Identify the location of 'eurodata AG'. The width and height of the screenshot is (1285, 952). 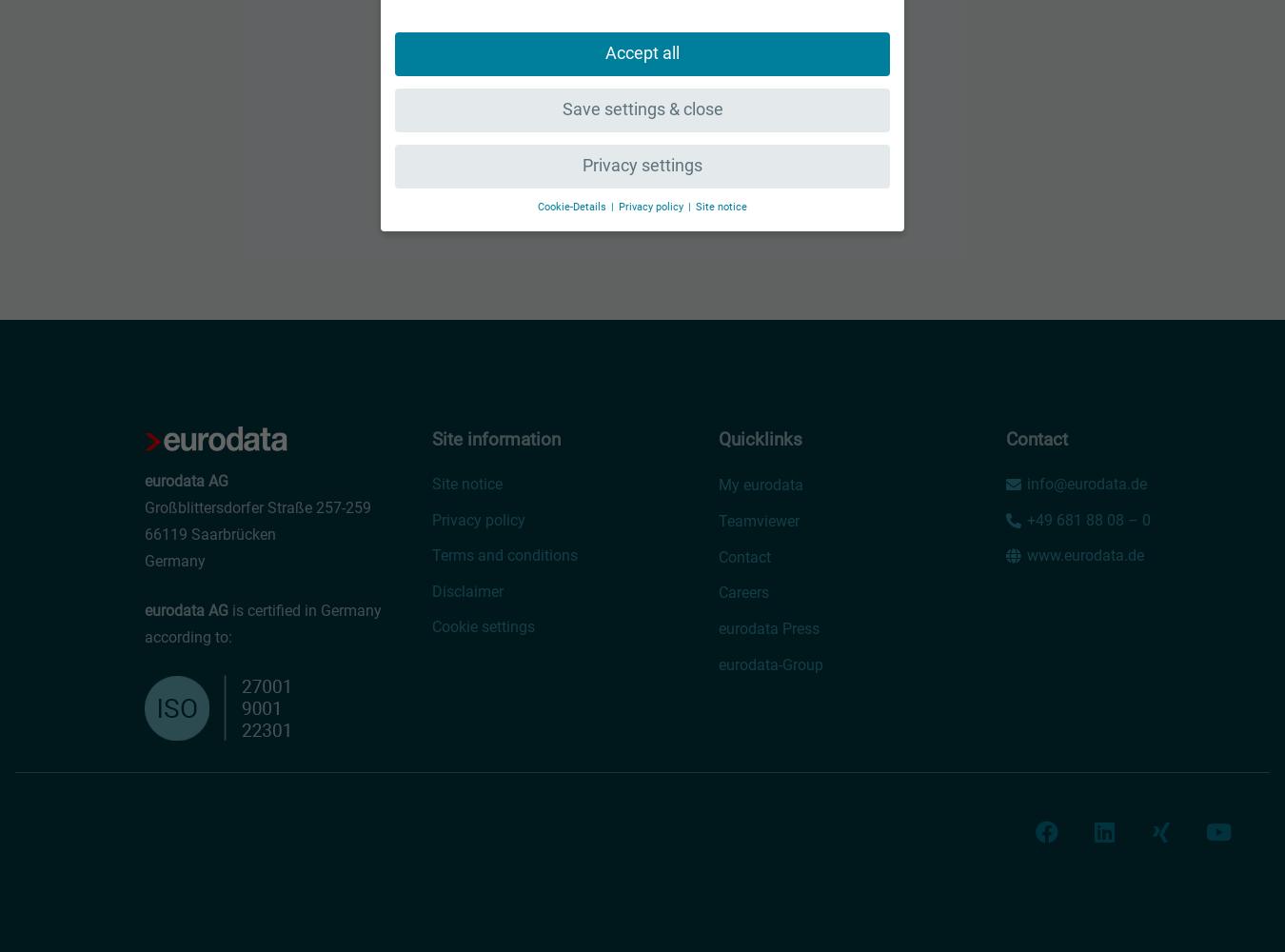
(187, 610).